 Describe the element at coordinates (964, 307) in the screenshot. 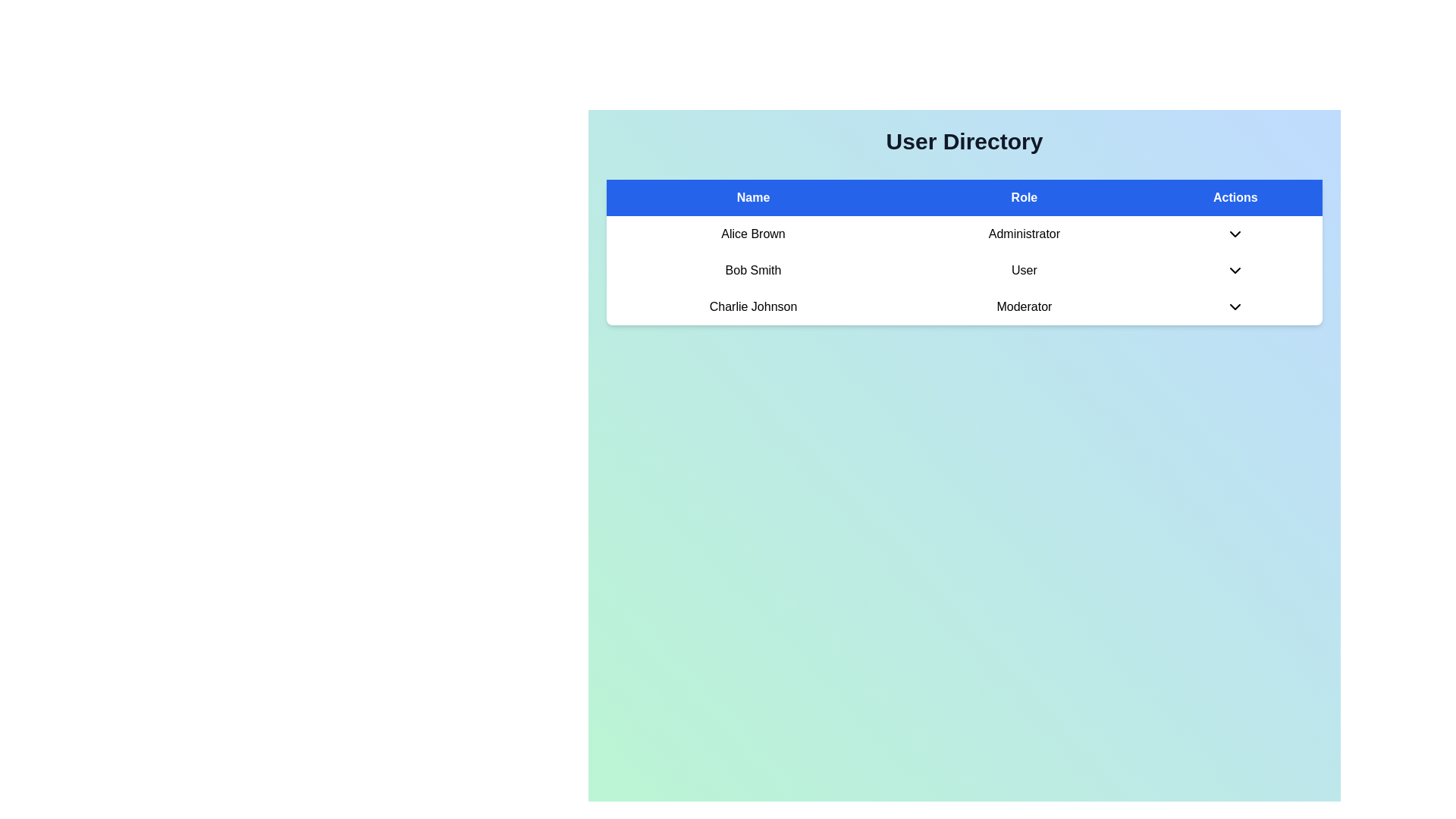

I see `the third row of the user directory table representing 'Charlie Johnson' to manage the user's profile` at that location.